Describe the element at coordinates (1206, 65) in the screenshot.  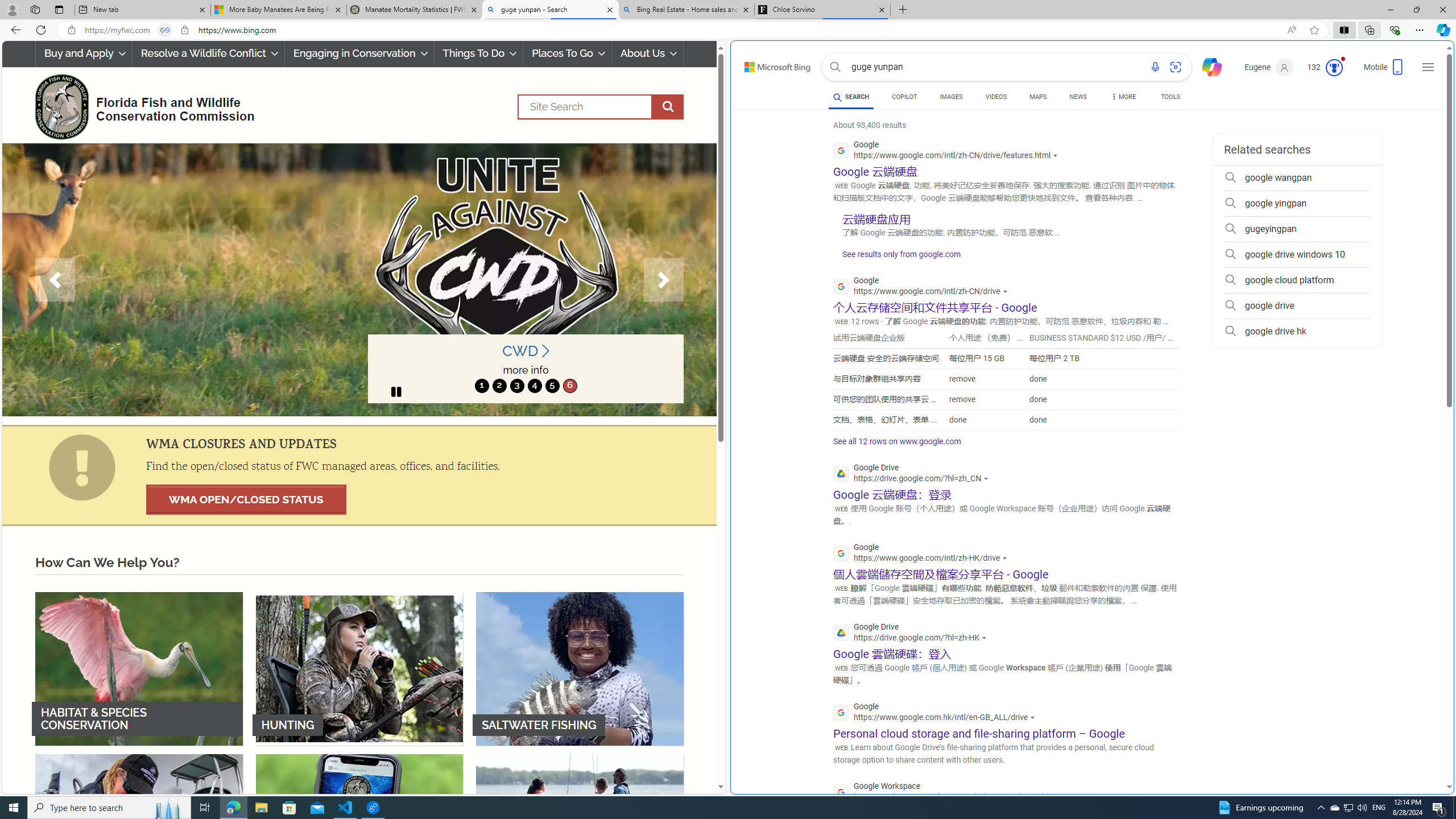
I see `'Chat'` at that location.